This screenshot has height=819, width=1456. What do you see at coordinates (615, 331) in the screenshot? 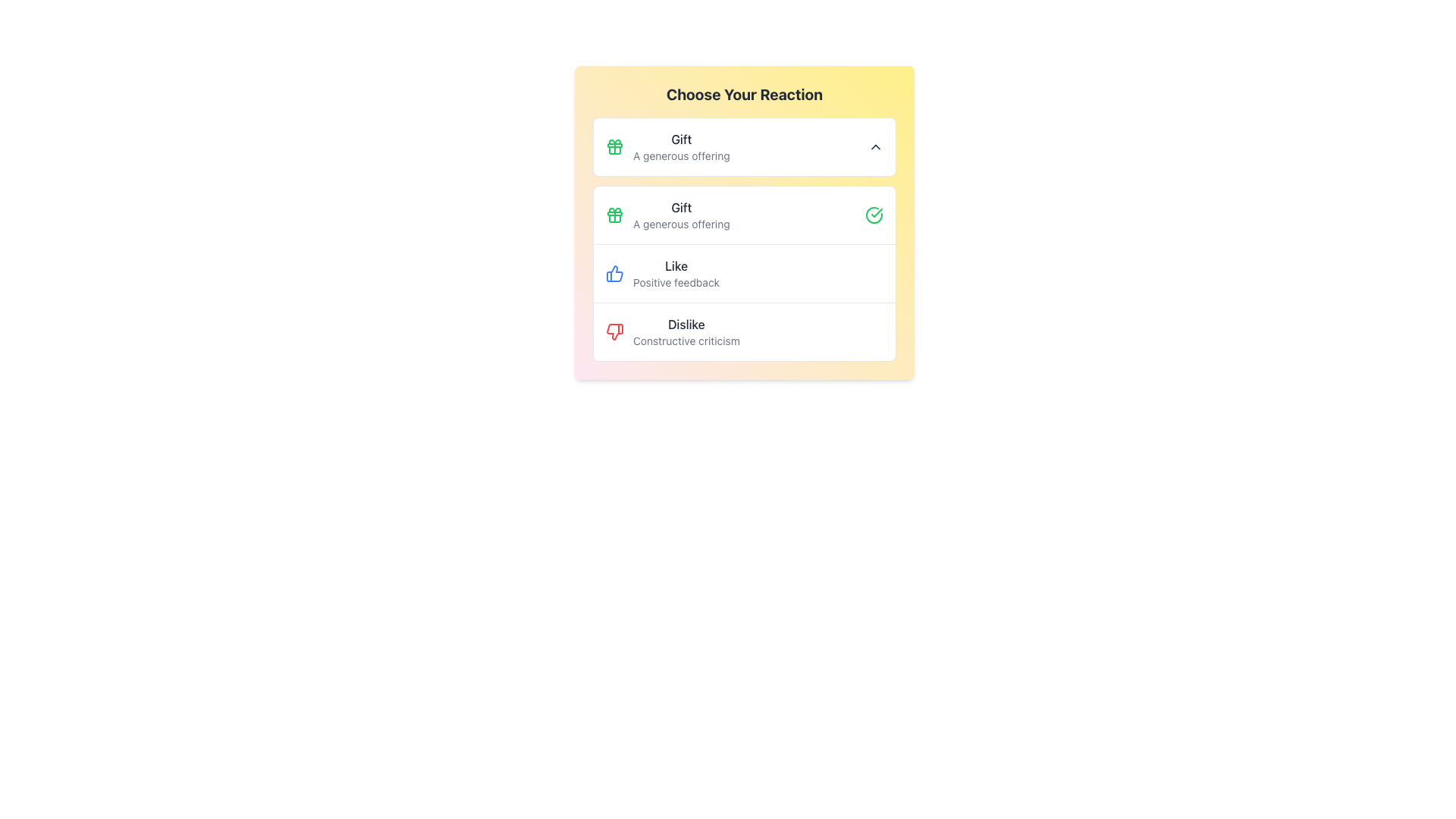
I see `the 'dislike' icon located in the fourth section under 'Choose Your Reaction', positioned to the left of the text 'Dislike Constructive criticism'` at bounding box center [615, 331].